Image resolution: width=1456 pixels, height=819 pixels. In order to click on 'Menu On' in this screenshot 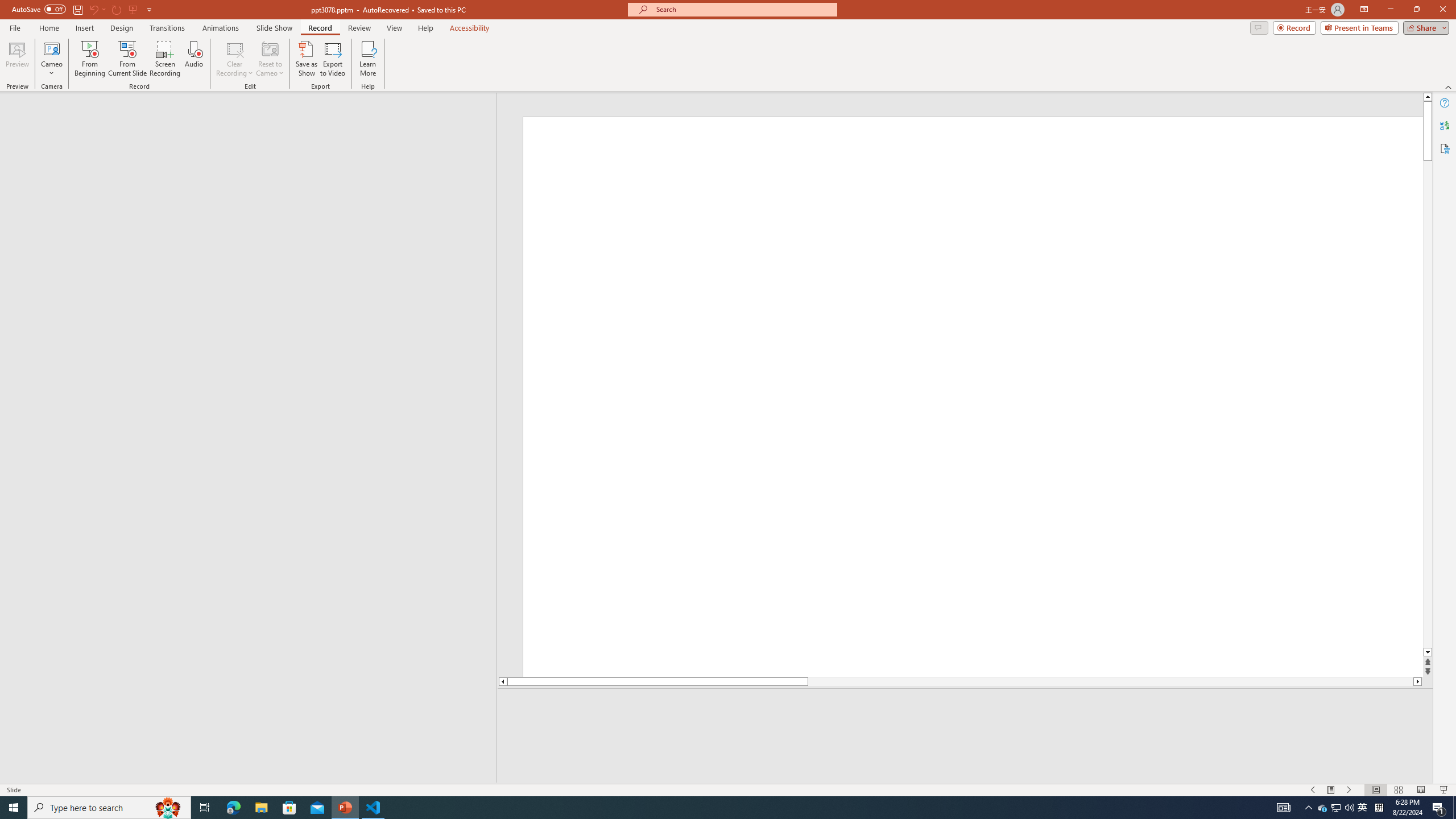, I will do `click(1331, 790)`.